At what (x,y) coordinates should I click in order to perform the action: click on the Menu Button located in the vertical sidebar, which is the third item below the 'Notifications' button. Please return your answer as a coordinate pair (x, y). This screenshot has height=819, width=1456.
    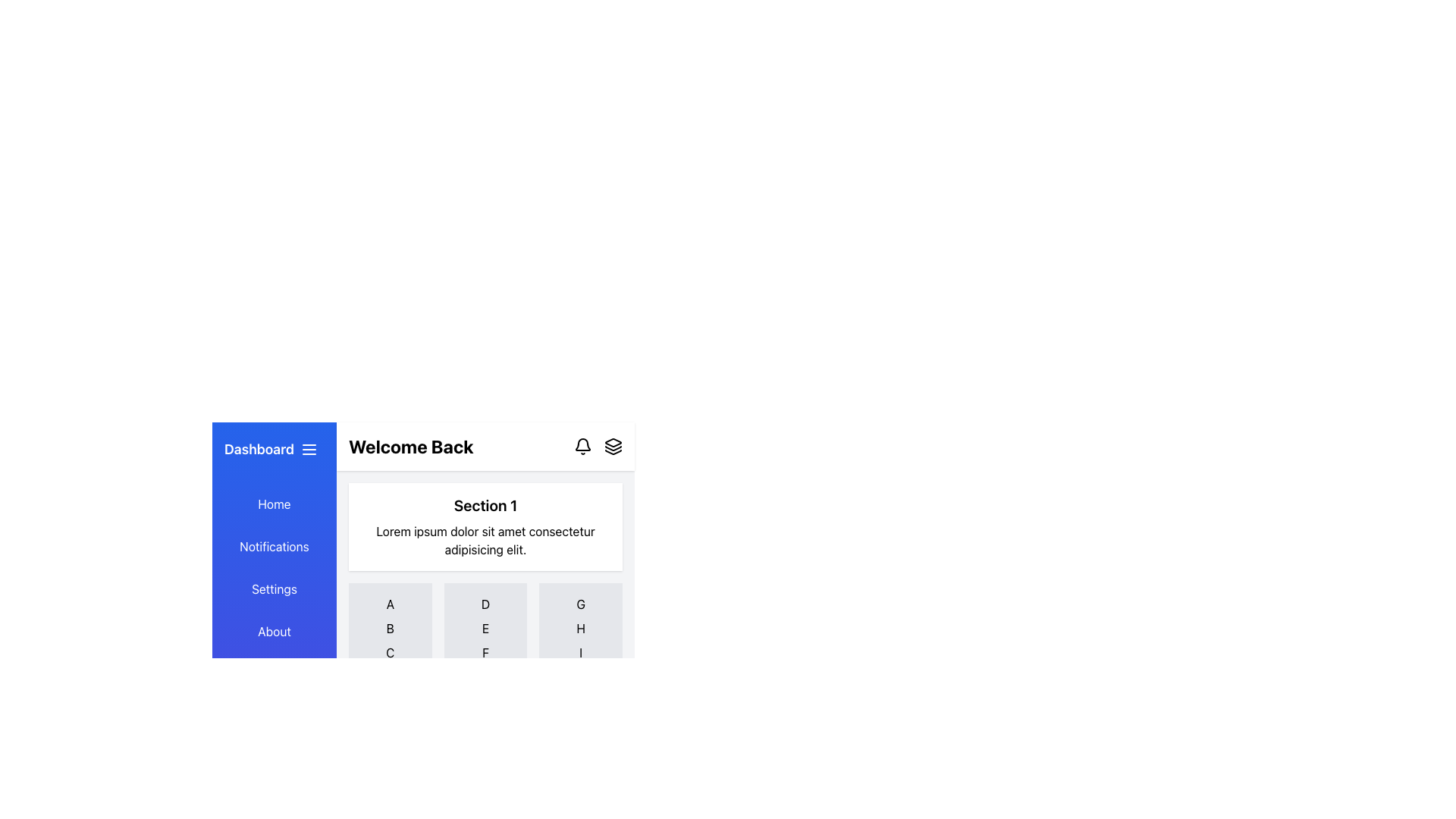
    Looking at the image, I should click on (274, 588).